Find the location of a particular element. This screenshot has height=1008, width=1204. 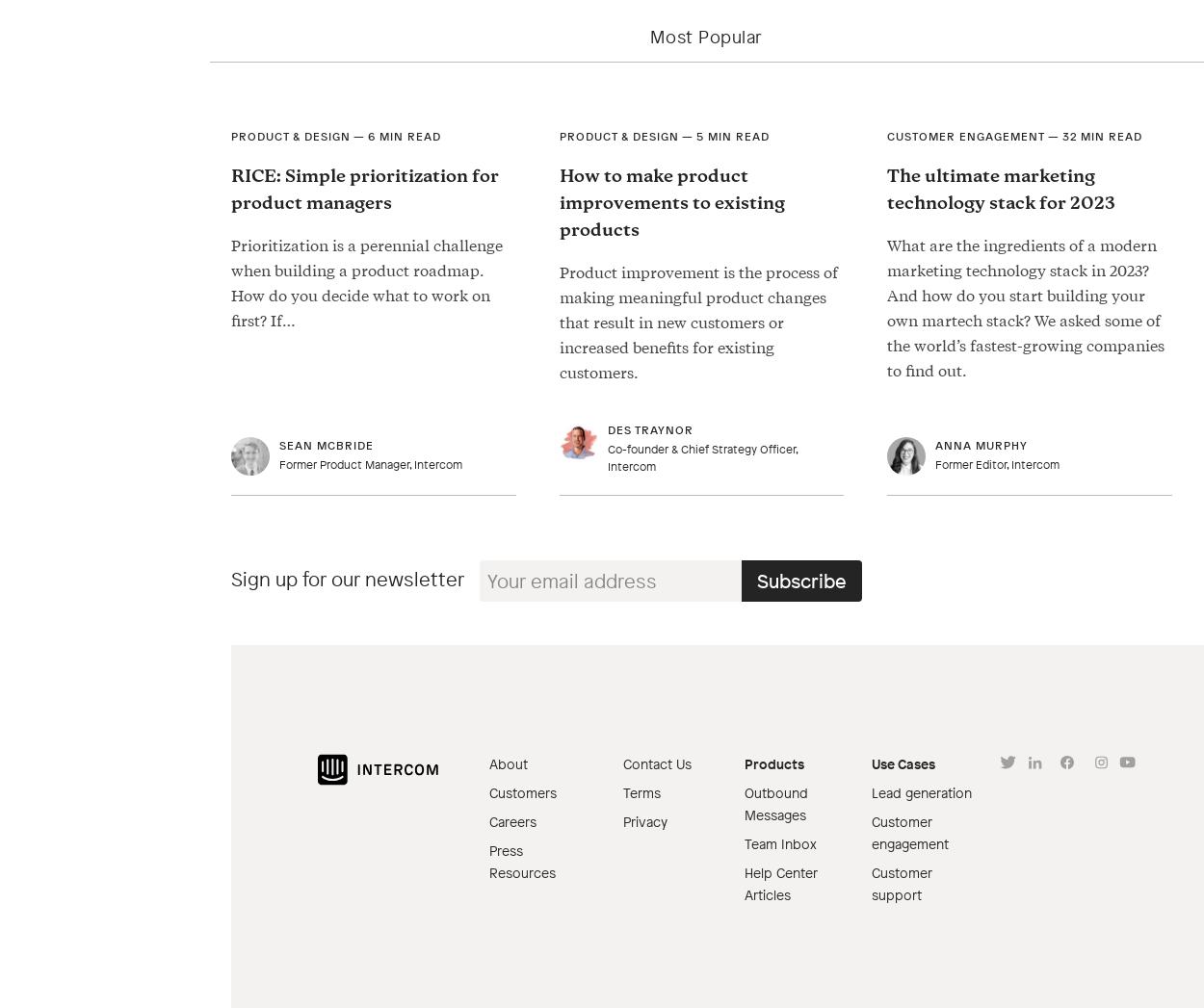

'Customer Engagement' is located at coordinates (887, 135).